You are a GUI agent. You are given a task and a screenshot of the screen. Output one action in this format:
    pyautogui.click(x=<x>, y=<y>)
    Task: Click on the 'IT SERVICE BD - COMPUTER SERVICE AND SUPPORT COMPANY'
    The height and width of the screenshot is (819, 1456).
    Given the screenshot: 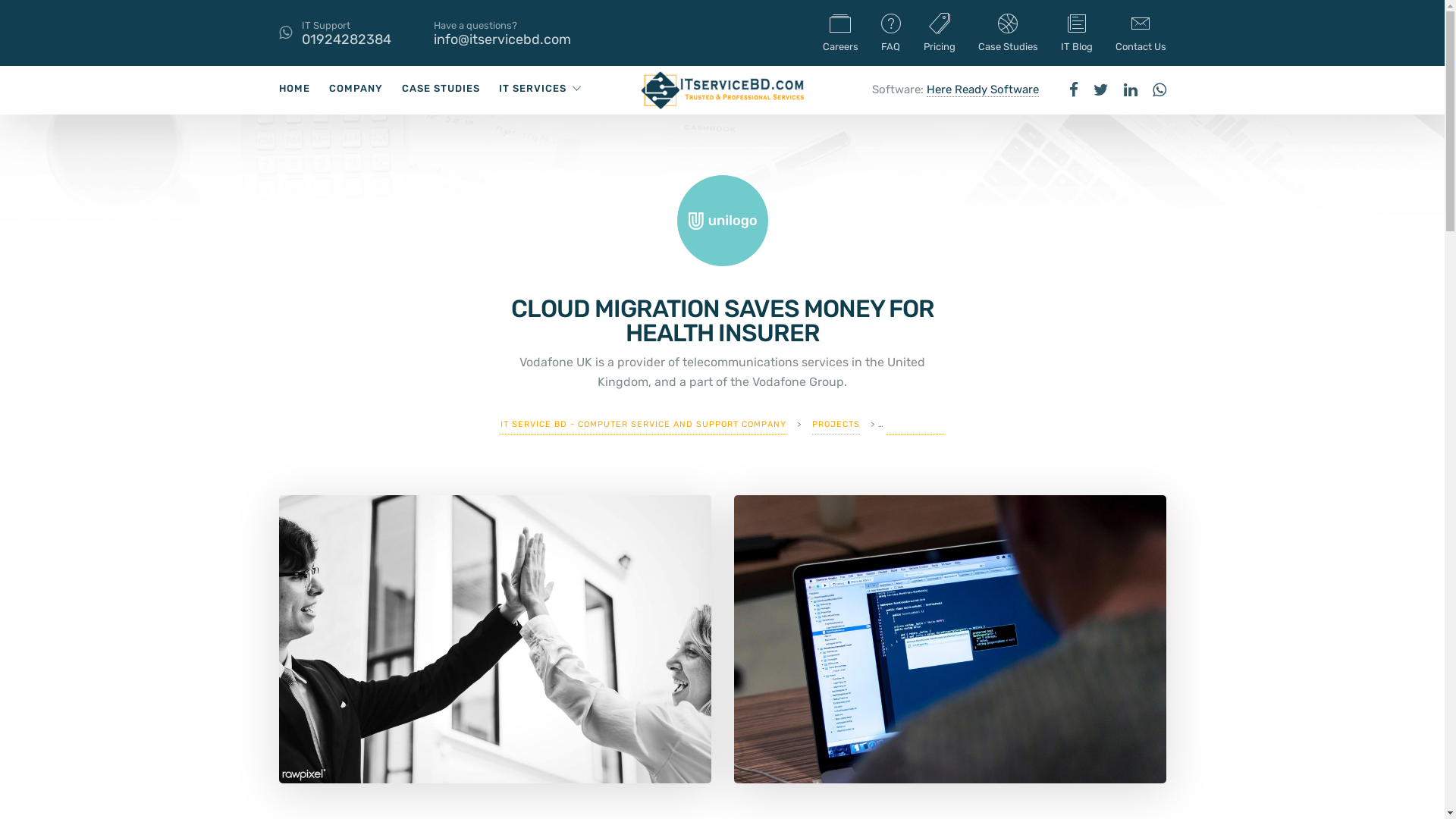 What is the action you would take?
    pyautogui.click(x=643, y=424)
    